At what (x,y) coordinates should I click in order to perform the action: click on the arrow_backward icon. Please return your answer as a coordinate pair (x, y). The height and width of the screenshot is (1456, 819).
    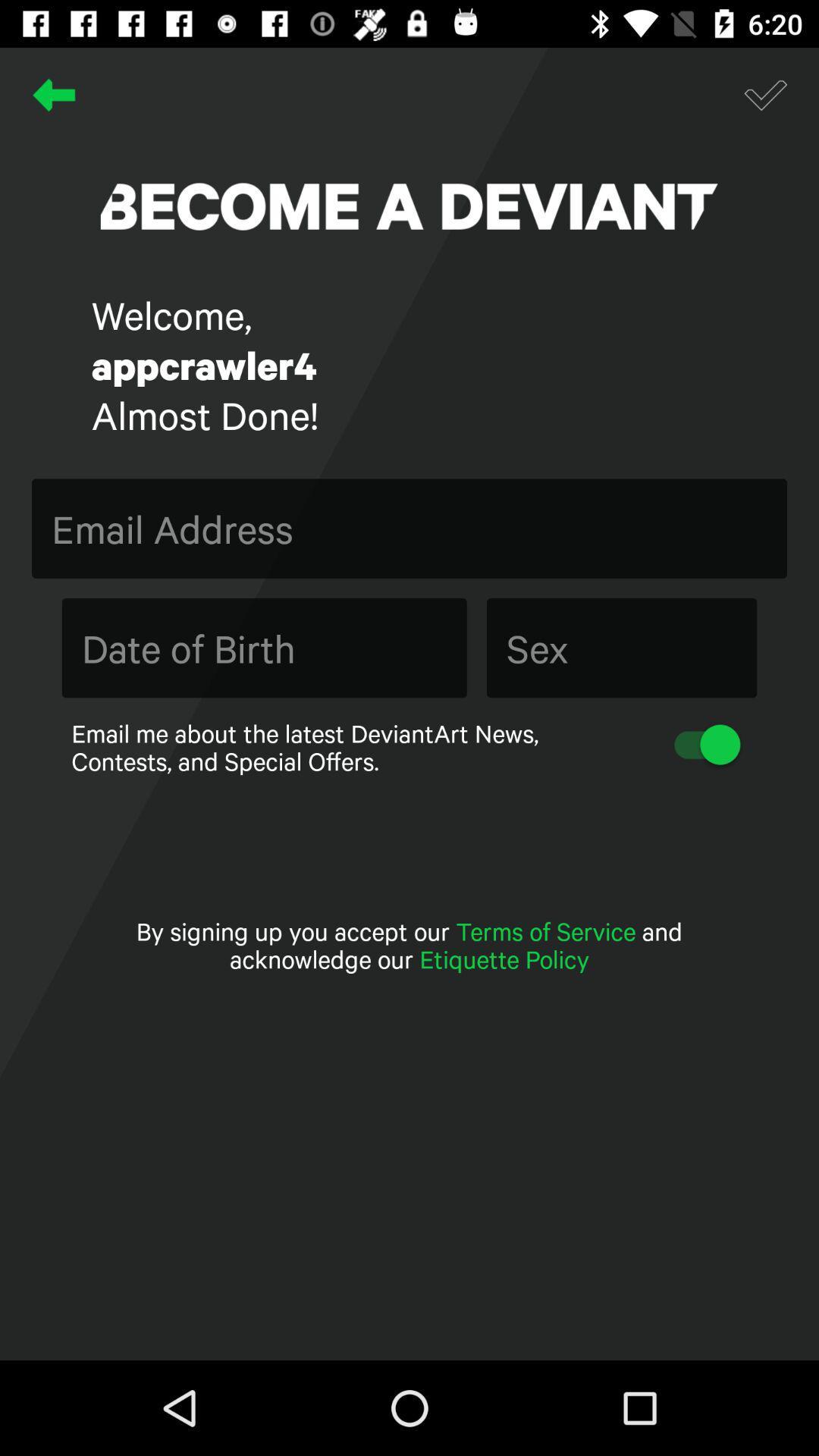
    Looking at the image, I should click on (53, 94).